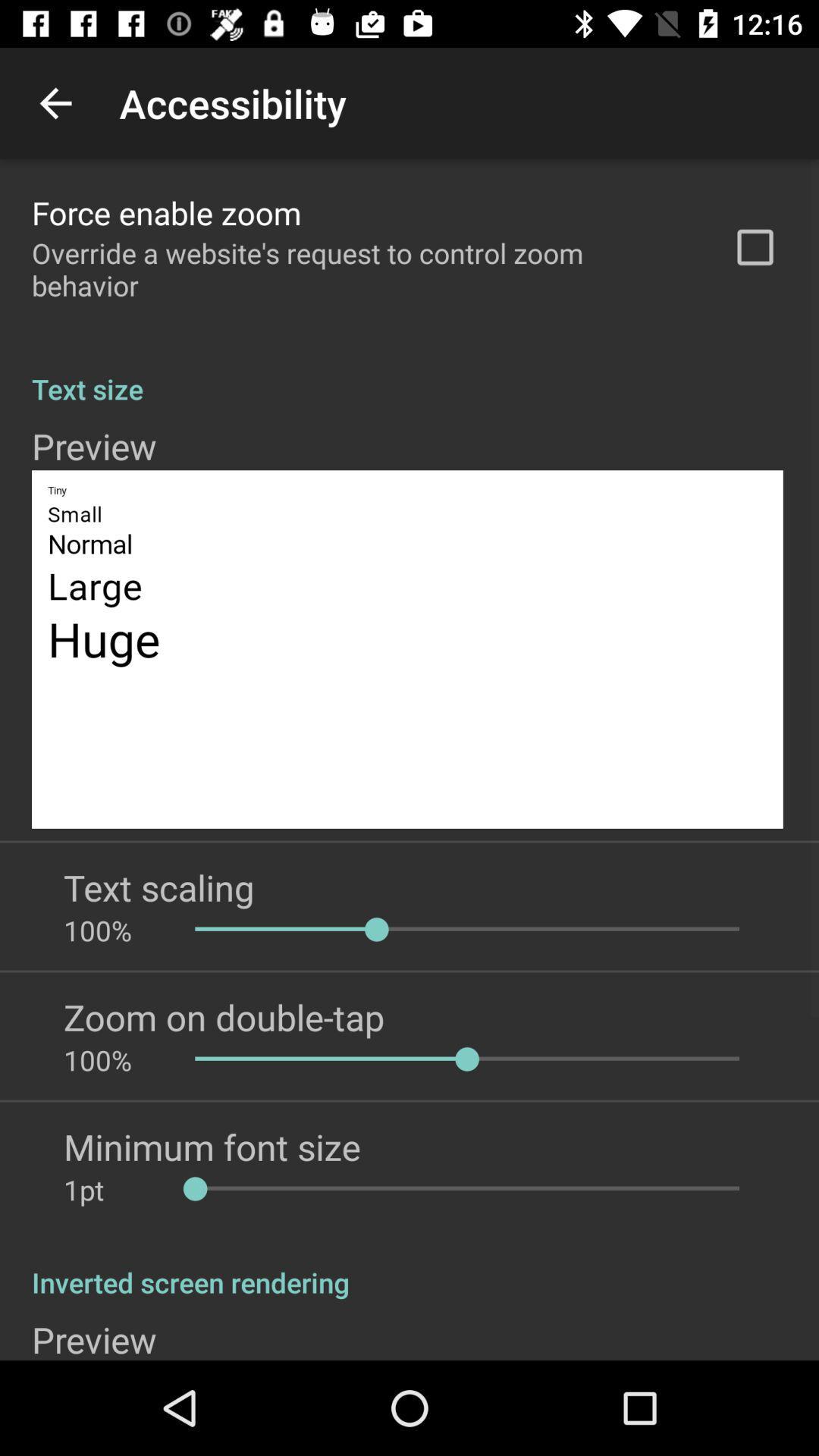  I want to click on item to the right of the override a website icon, so click(755, 247).